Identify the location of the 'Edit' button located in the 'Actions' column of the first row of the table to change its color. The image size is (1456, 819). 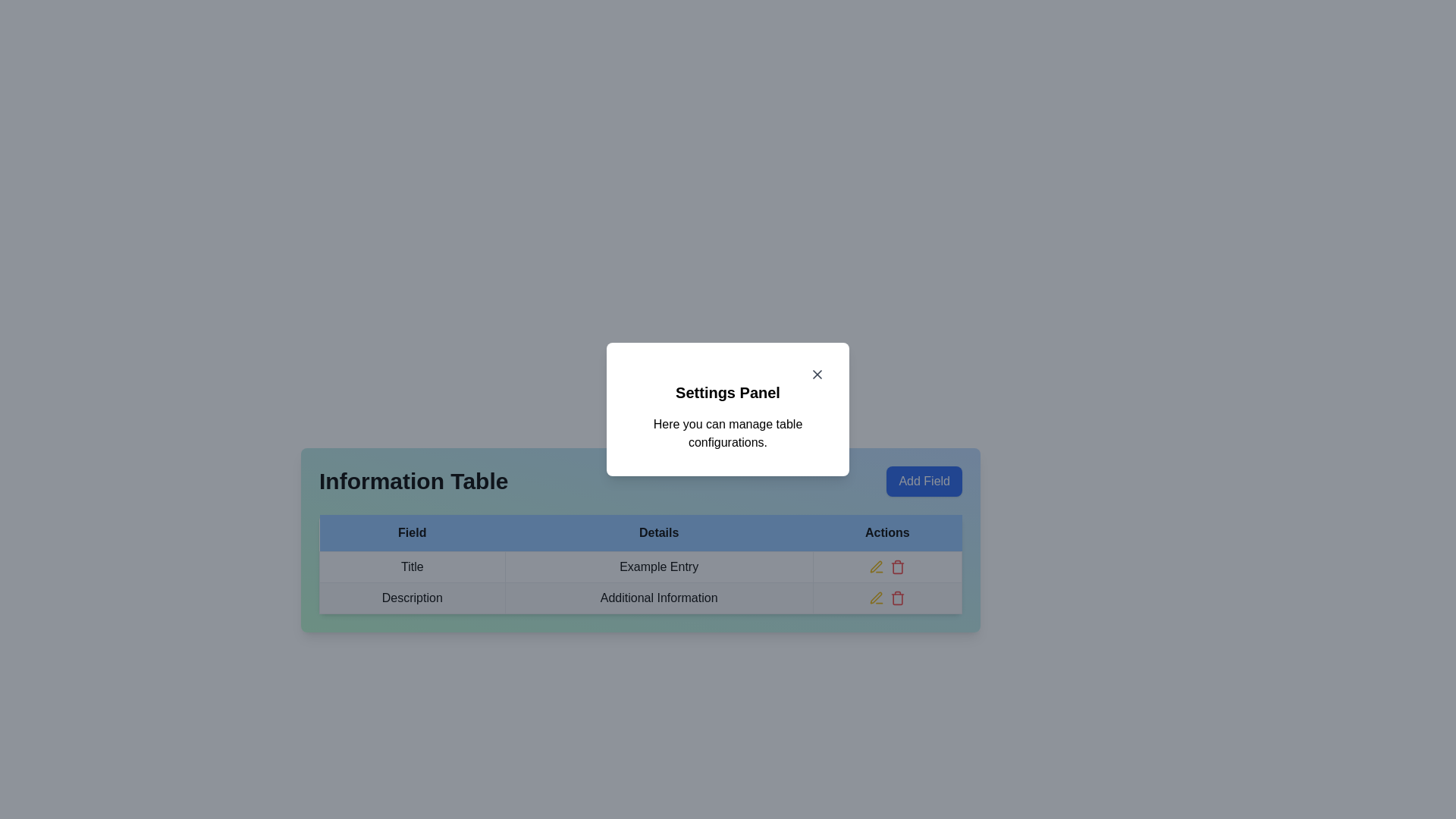
(877, 567).